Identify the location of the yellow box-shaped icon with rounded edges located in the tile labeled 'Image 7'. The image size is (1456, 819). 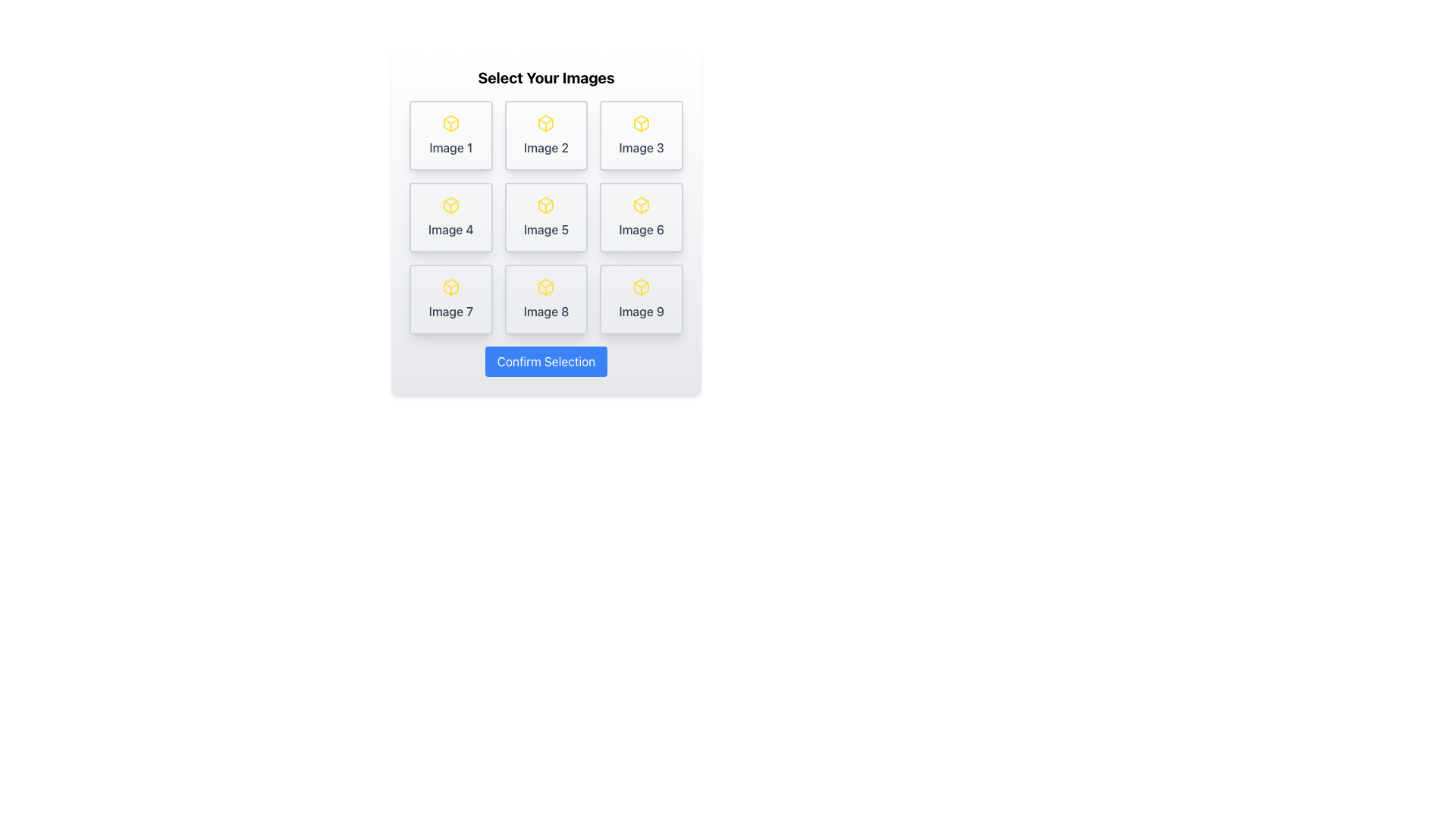
(450, 287).